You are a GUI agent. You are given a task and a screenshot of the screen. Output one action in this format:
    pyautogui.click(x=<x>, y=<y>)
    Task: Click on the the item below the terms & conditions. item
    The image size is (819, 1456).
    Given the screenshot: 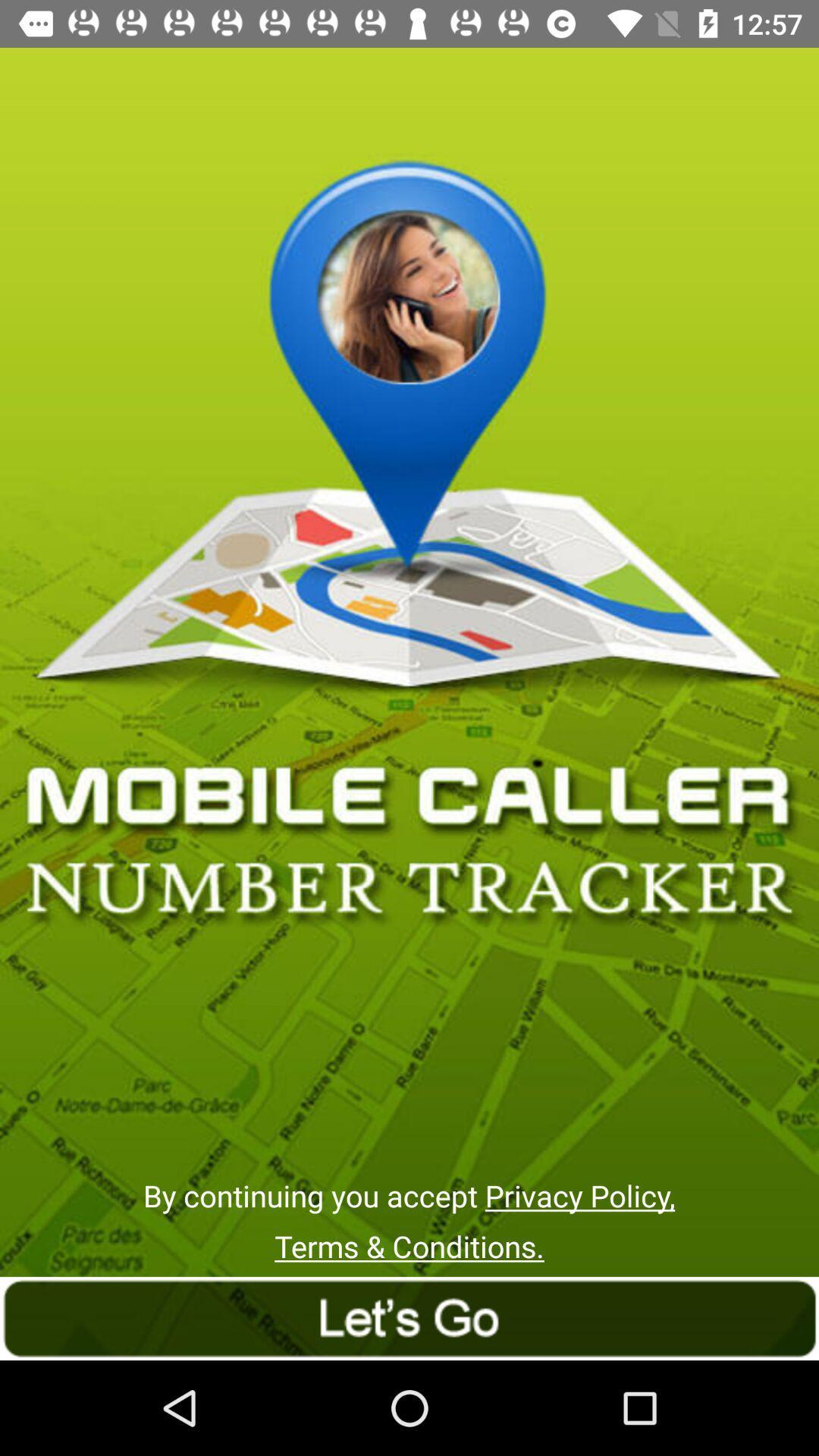 What is the action you would take?
    pyautogui.click(x=409, y=1317)
    